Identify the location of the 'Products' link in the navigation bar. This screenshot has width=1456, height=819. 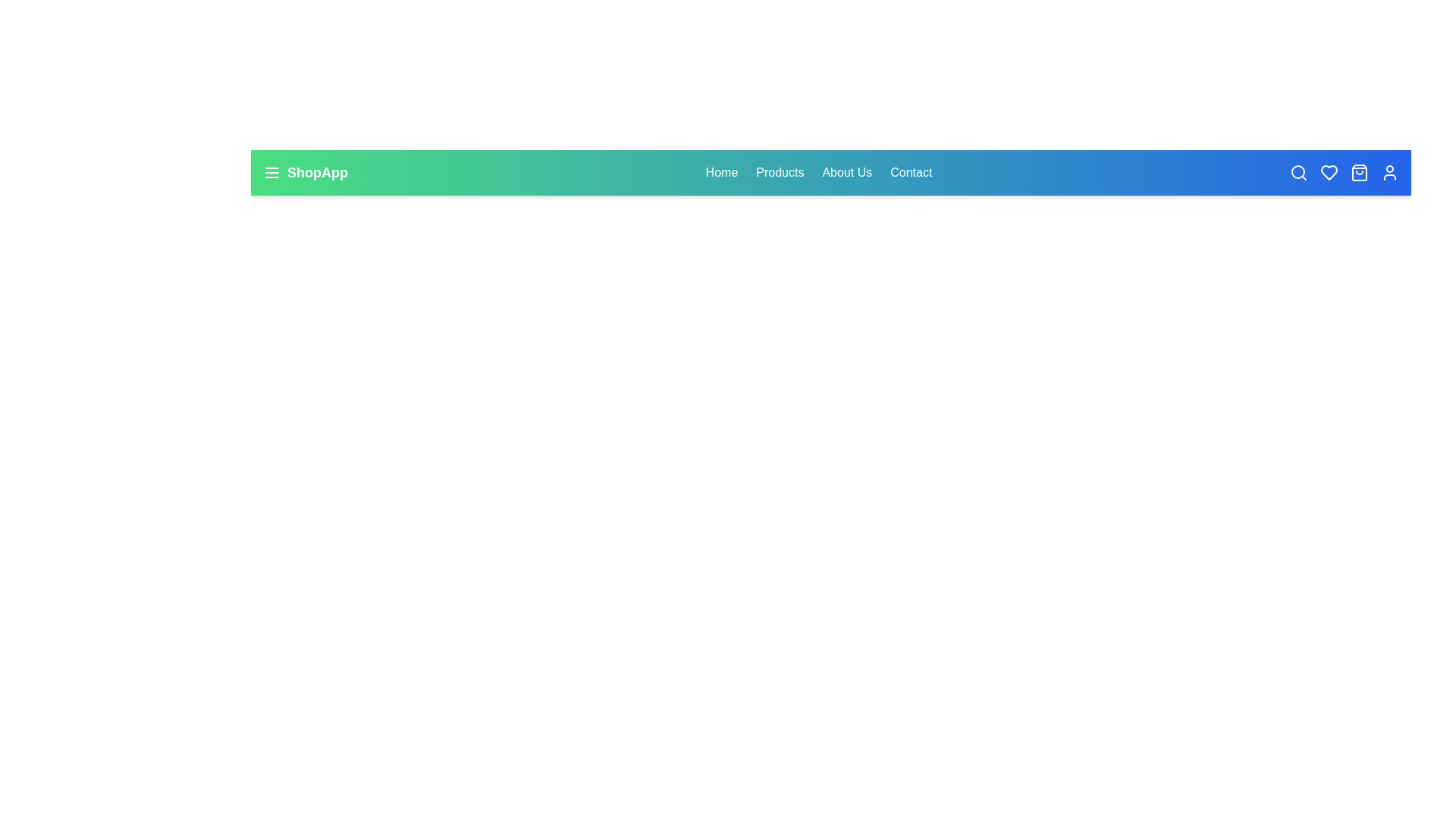
(779, 171).